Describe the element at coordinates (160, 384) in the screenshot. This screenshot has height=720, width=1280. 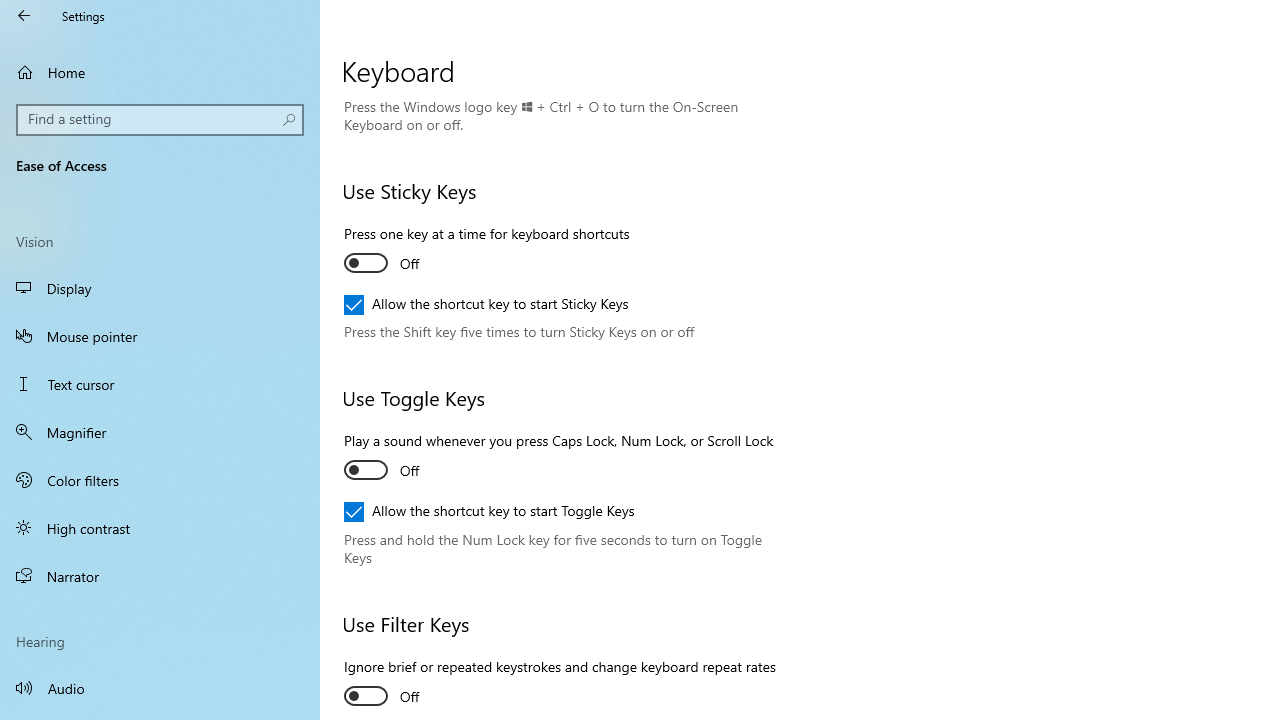
I see `'Text cursor'` at that location.